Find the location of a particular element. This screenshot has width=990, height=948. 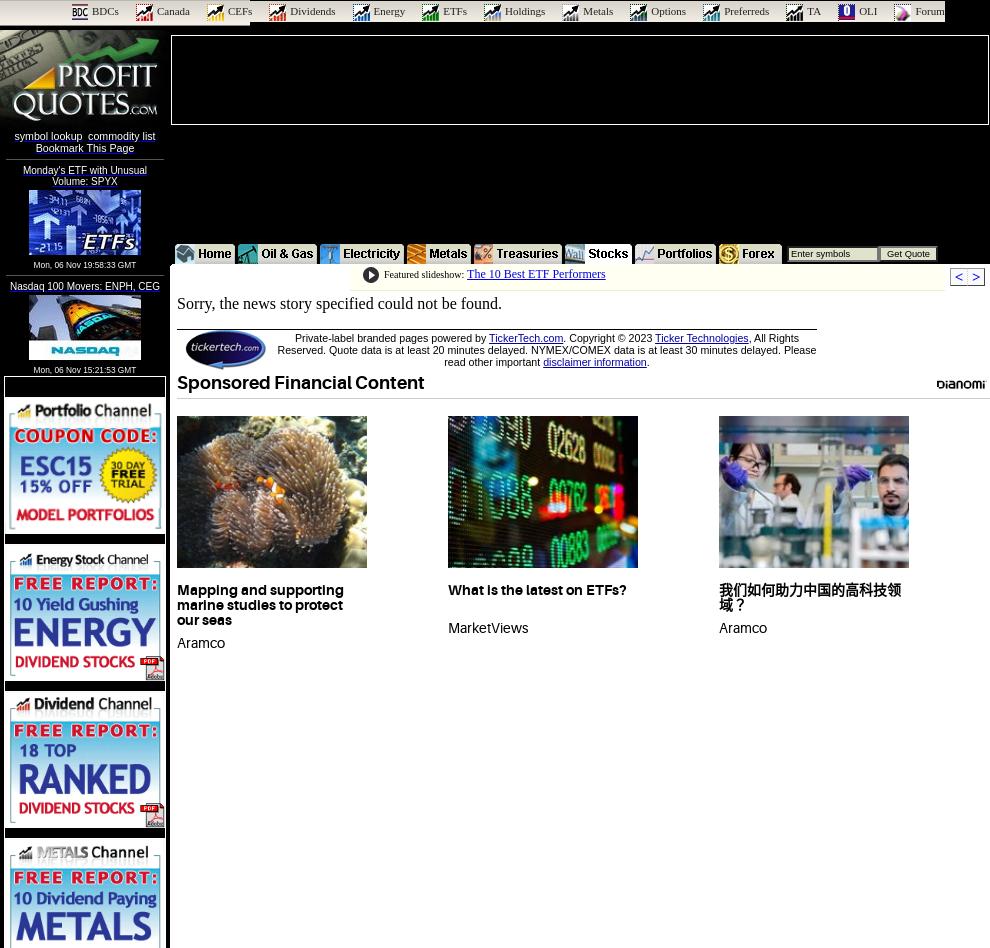

'.' is located at coordinates (647, 361).